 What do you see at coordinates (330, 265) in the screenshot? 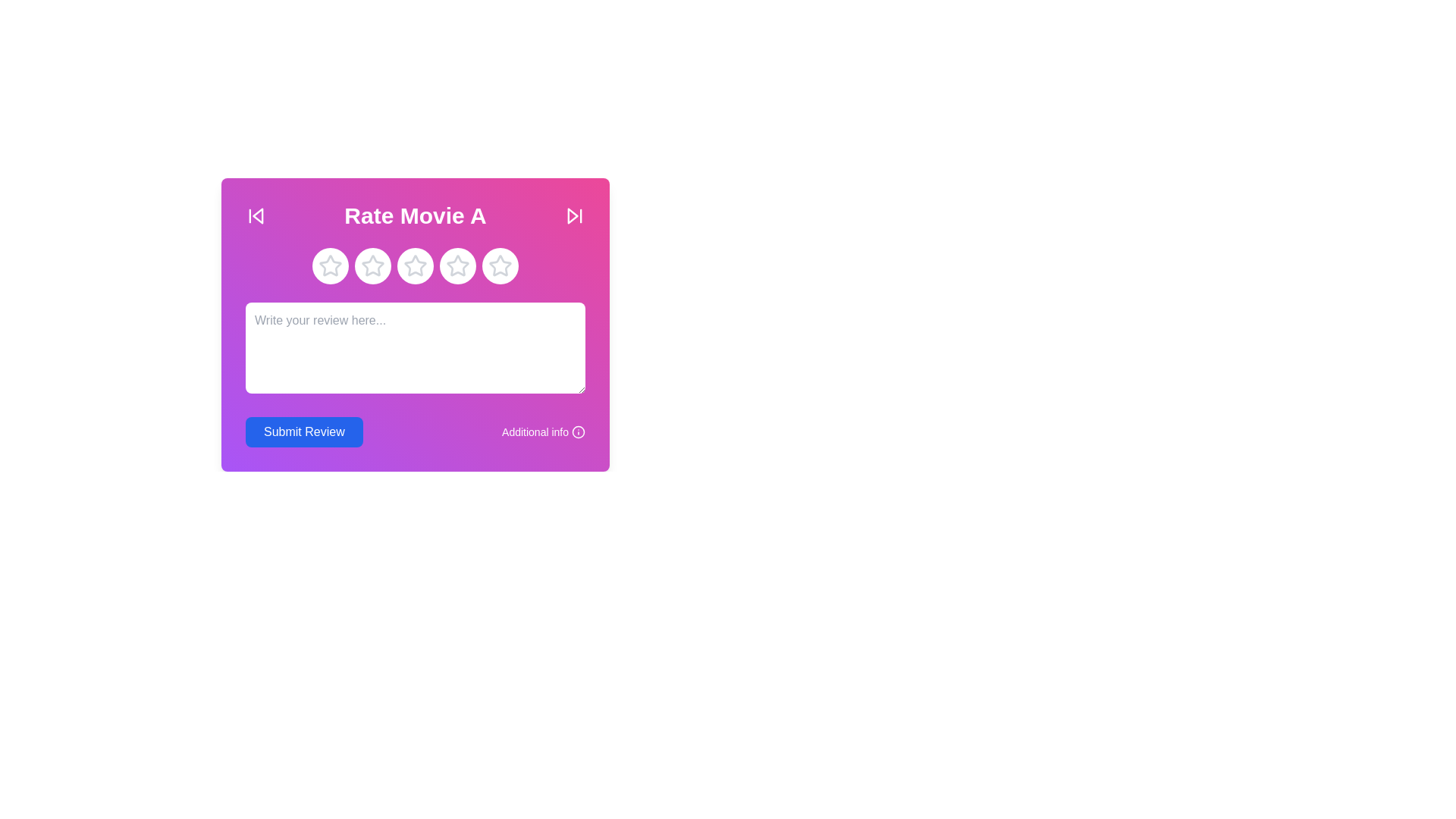
I see `the first star icon in the movie rating system` at bounding box center [330, 265].